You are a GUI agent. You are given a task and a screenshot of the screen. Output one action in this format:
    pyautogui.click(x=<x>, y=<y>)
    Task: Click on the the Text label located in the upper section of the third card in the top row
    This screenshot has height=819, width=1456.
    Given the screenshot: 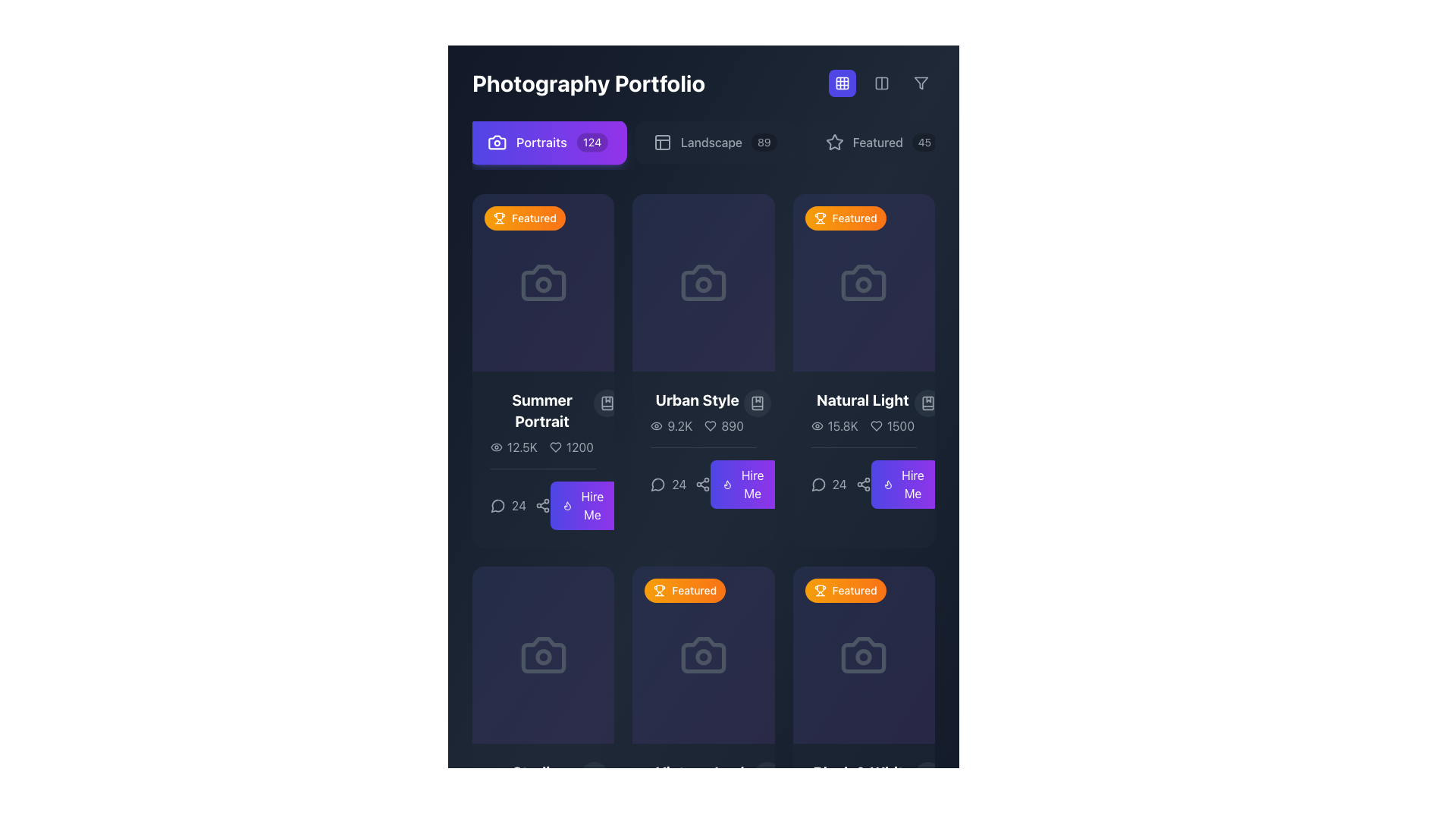 What is the action you would take?
    pyautogui.click(x=862, y=400)
    